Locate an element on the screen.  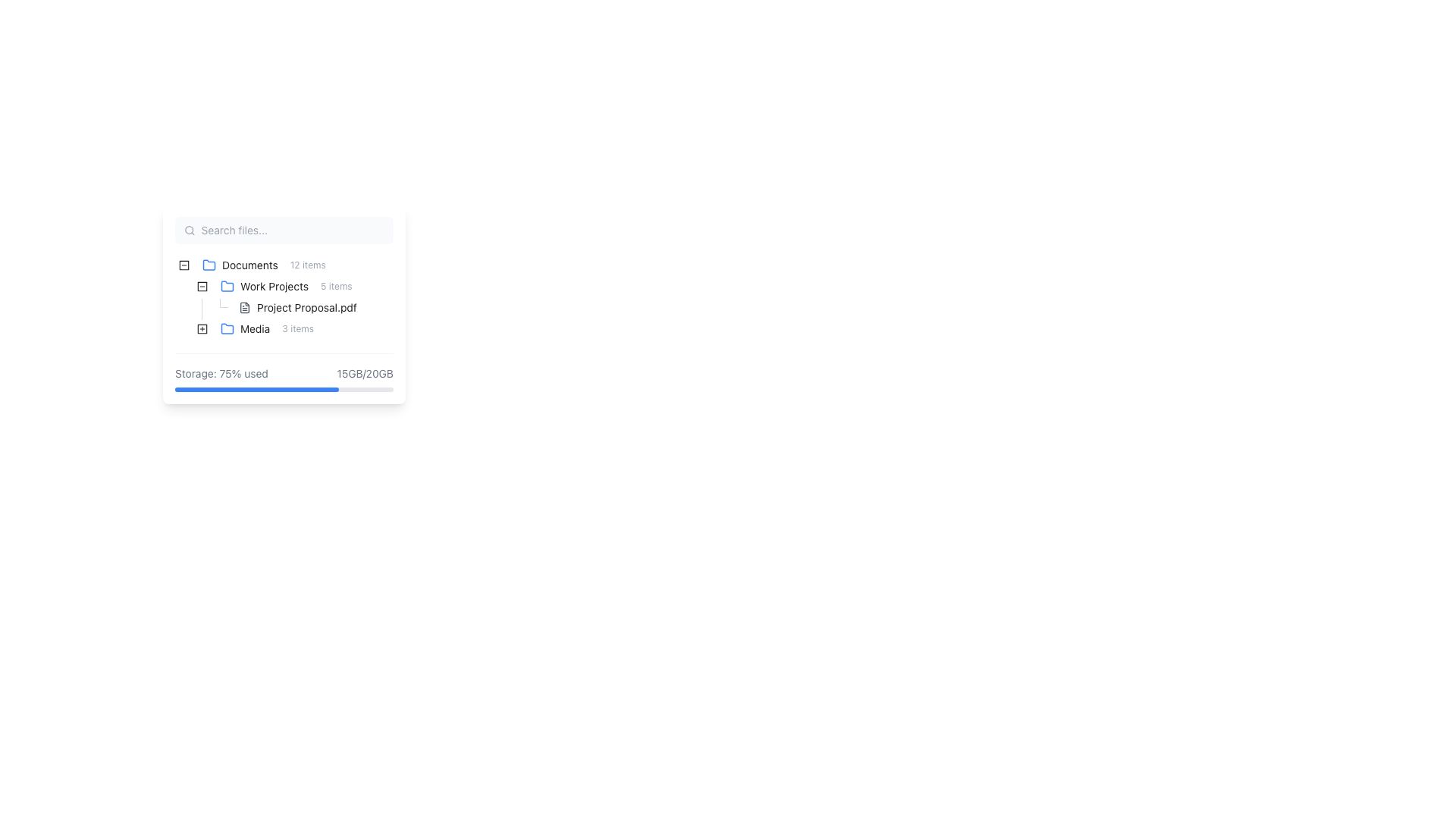
the minus sign button indicating an expanded state for the 'Documents' tree node is located at coordinates (184, 265).